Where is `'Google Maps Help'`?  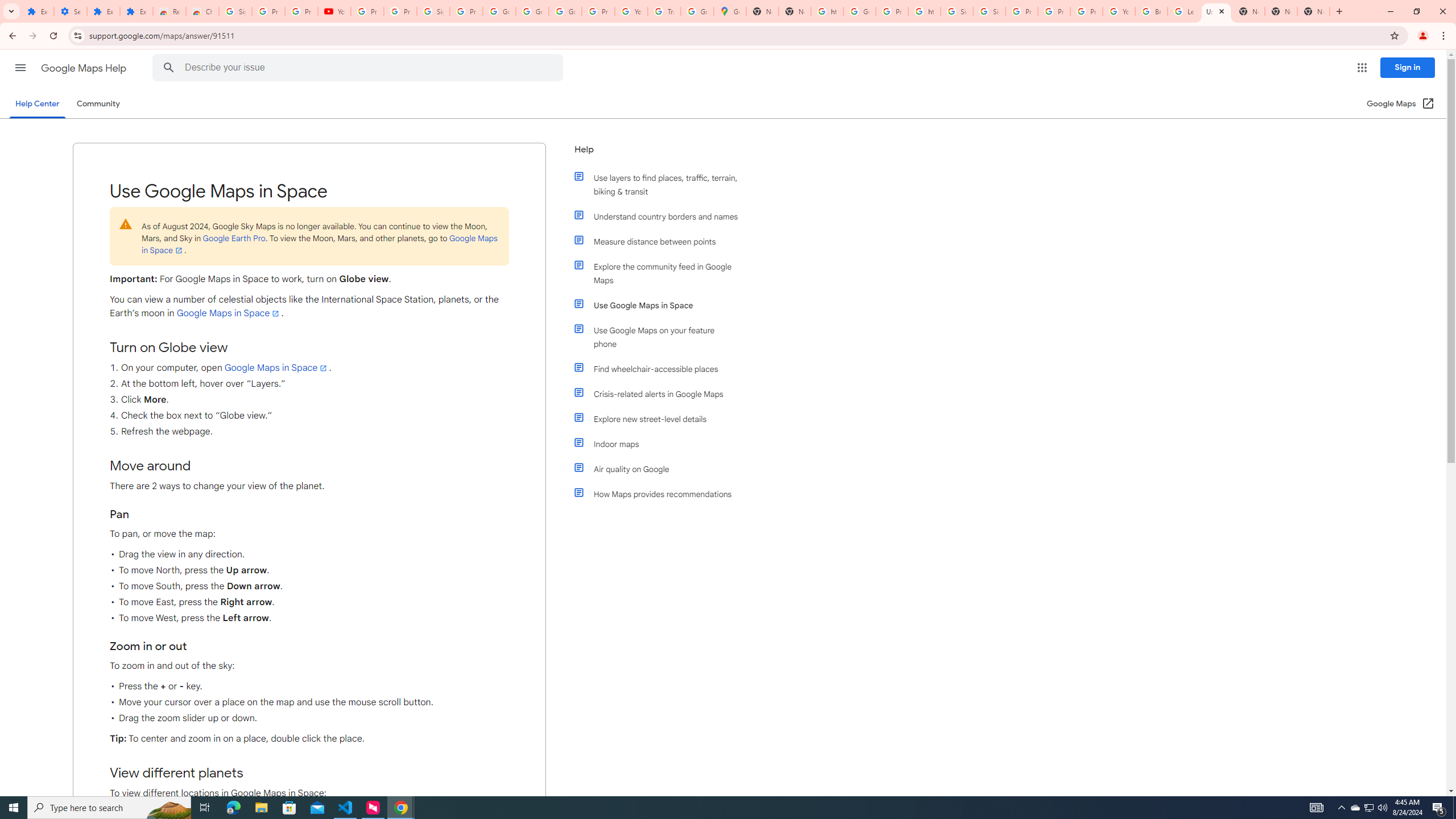 'Google Maps Help' is located at coordinates (84, 68).